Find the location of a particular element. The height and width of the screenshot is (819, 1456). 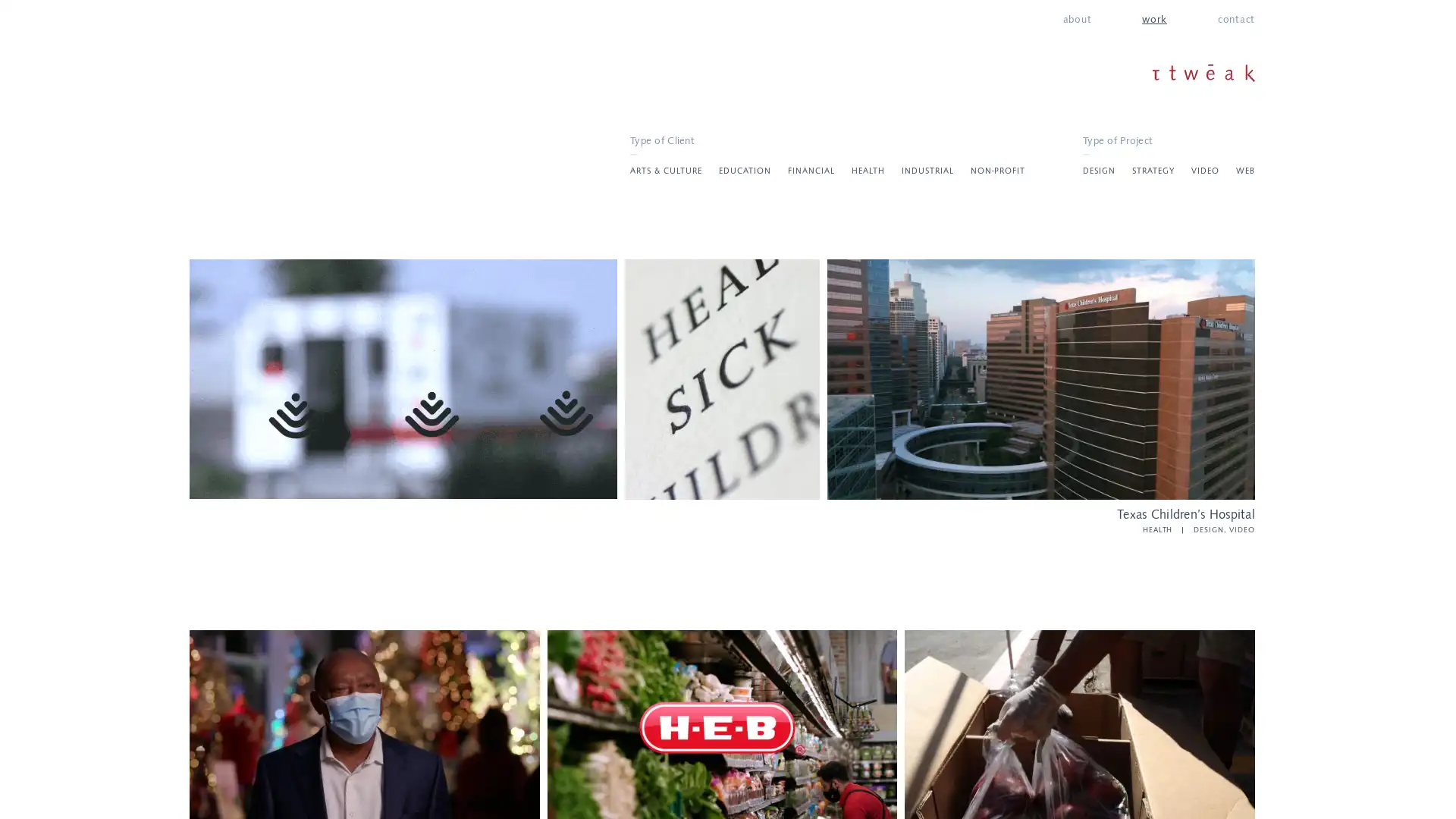

EDUCATION is located at coordinates (745, 171).